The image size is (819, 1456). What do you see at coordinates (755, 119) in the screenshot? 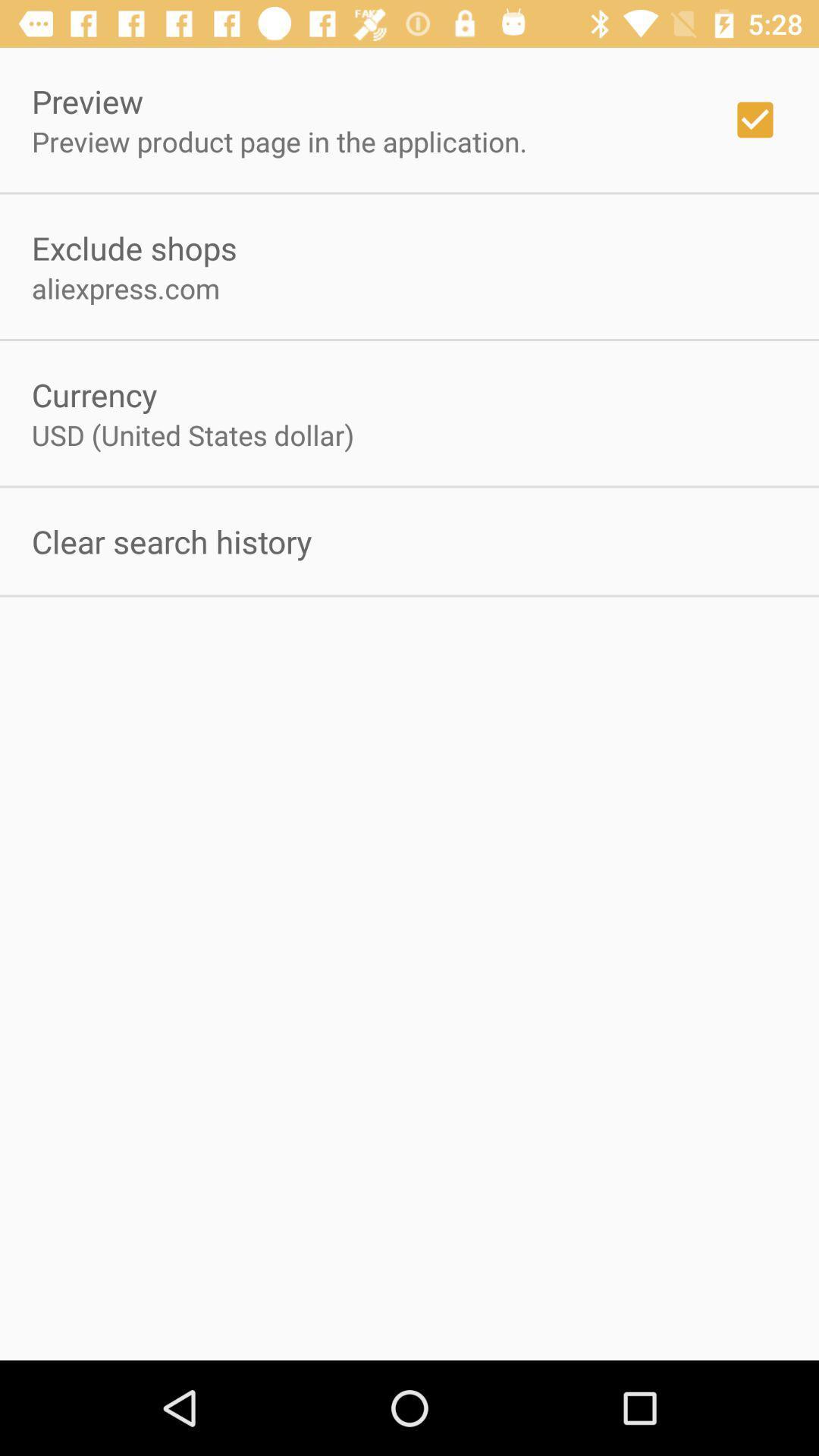
I see `the item at the top right corner` at bounding box center [755, 119].